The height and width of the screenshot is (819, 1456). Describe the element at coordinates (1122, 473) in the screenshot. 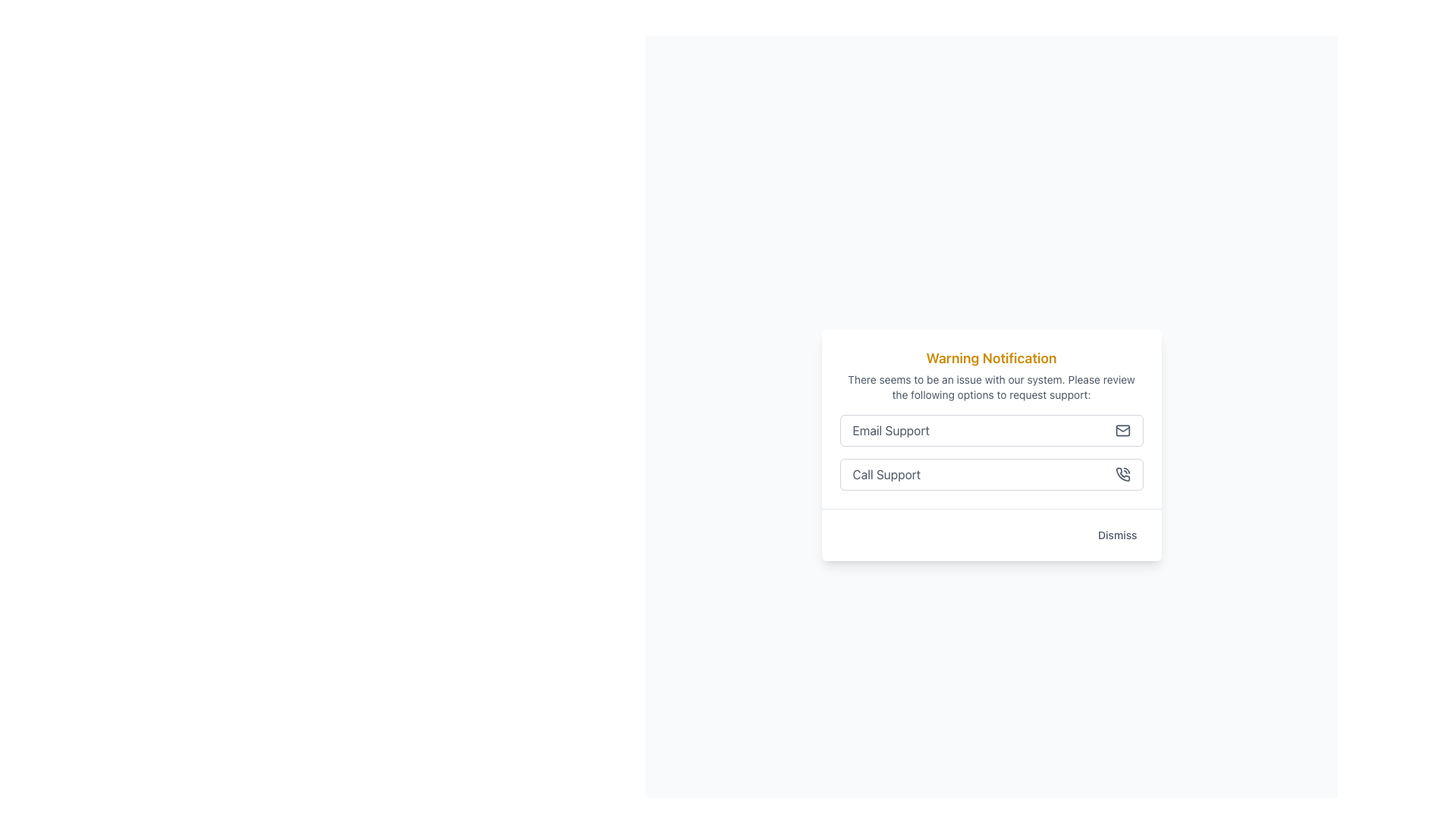

I see `the 'Call Support' icon, which visually indicates the function of initiating a phone call for support` at that location.